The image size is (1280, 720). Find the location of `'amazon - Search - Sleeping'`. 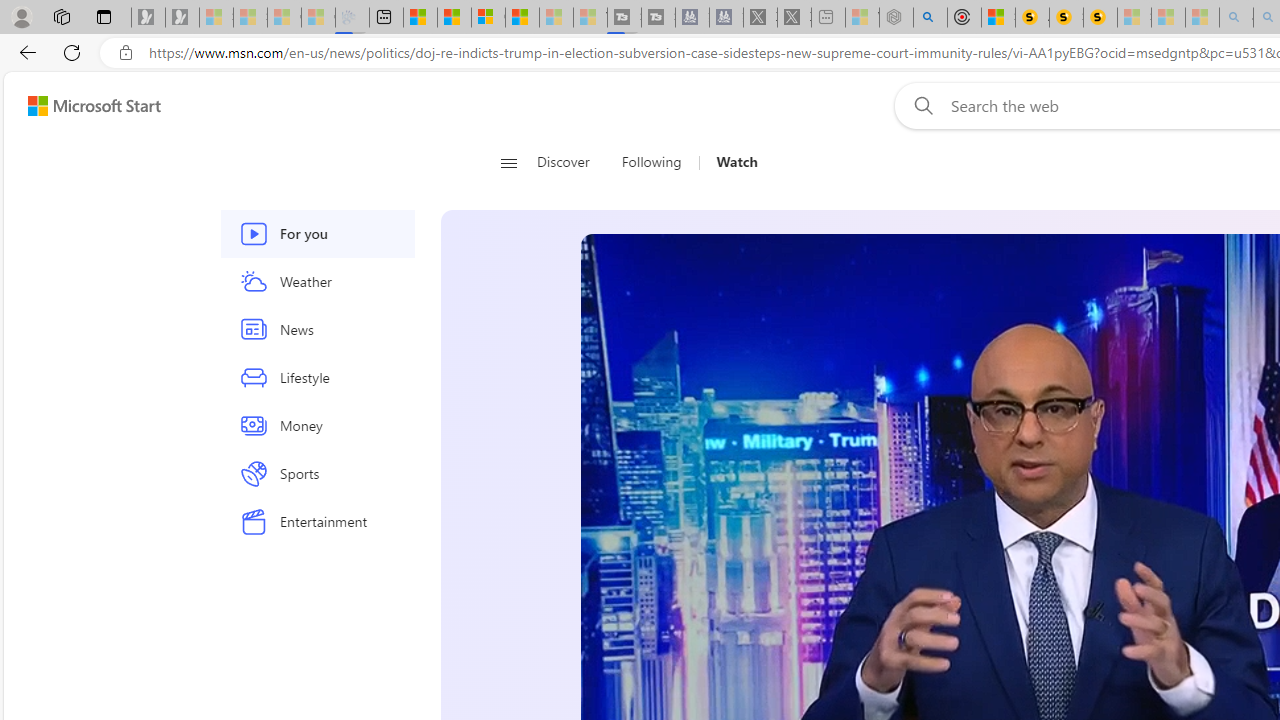

'amazon - Search - Sleeping' is located at coordinates (1235, 17).